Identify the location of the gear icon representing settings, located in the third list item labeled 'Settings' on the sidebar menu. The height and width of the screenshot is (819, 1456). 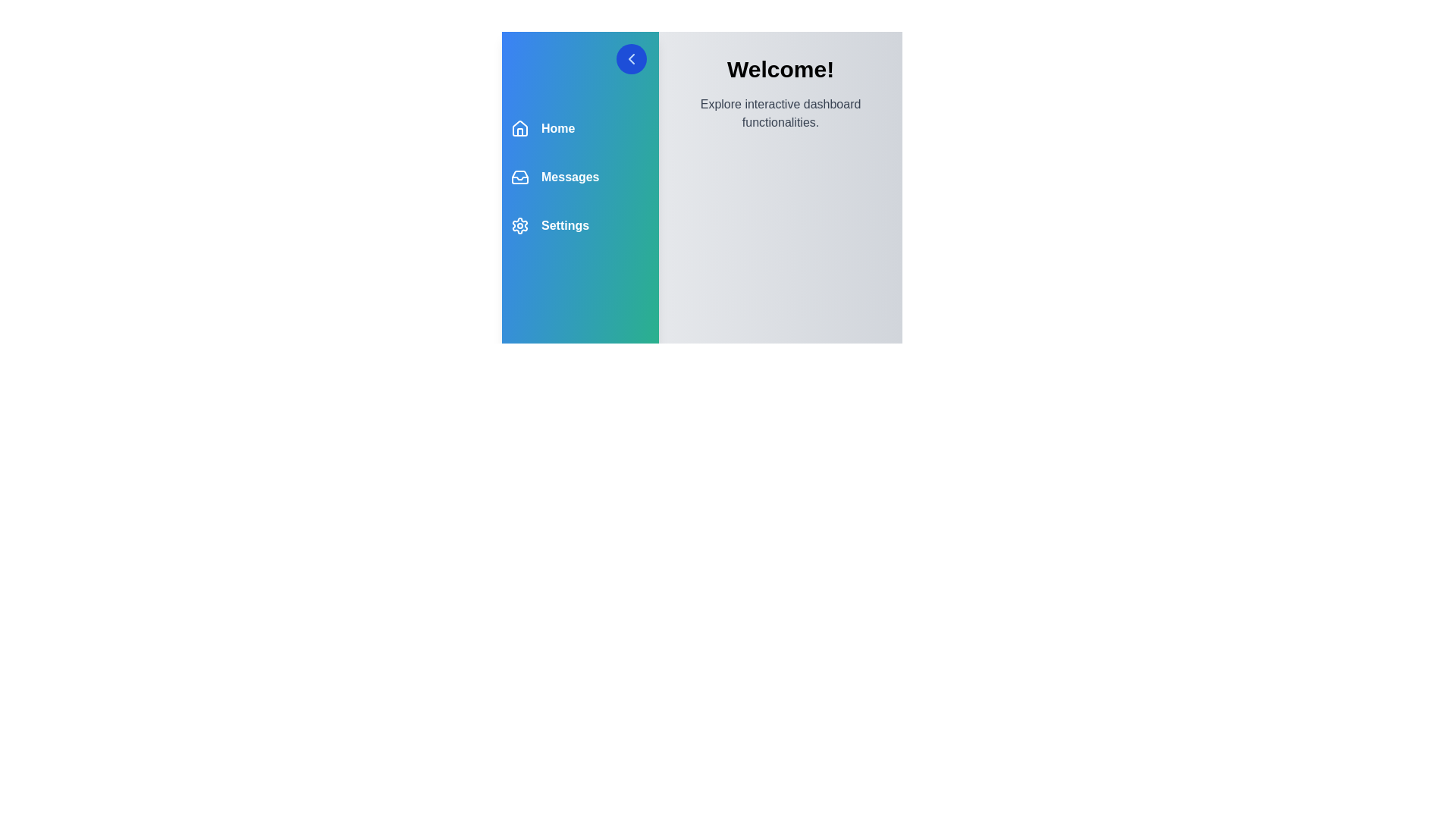
(520, 225).